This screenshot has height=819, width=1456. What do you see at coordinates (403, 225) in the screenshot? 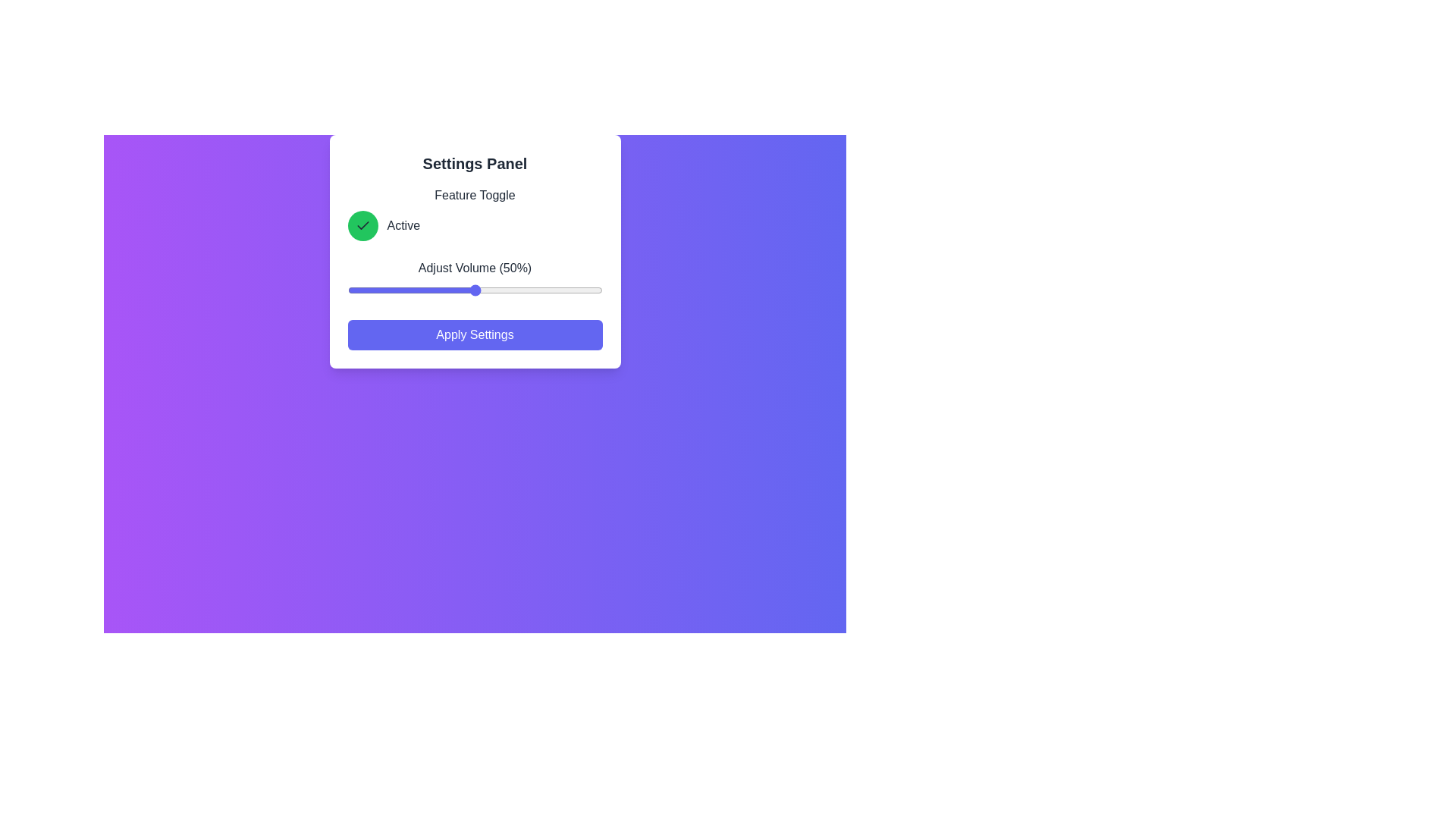
I see `text from the status indicator labeled 'Active', which is positioned below the heading 'Feature Toggle' inside a modal, aligned to the right of a green circular icon with a checkmark` at bounding box center [403, 225].